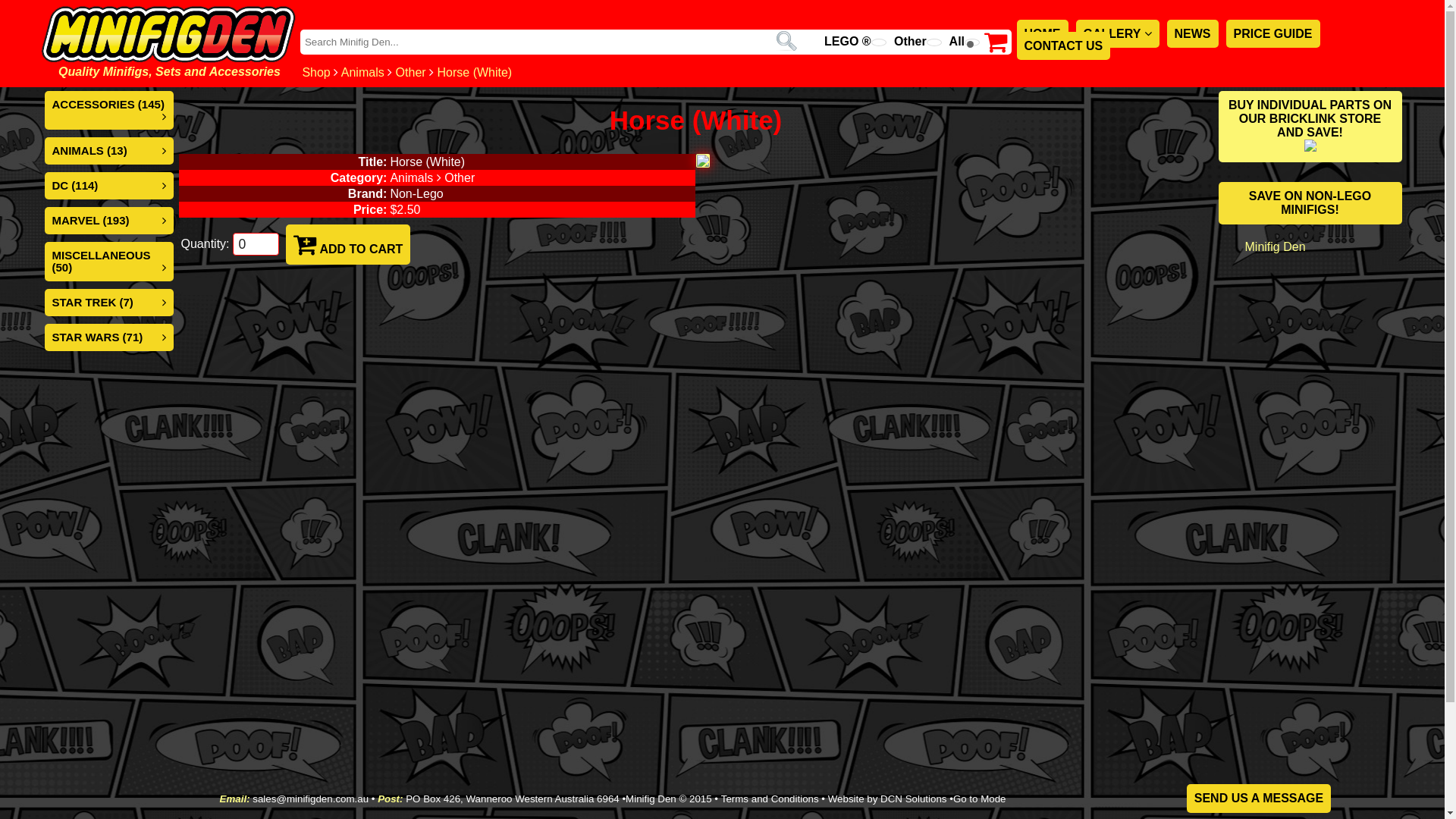  What do you see at coordinates (51, 150) in the screenshot?
I see `'ANIMALS (13)'` at bounding box center [51, 150].